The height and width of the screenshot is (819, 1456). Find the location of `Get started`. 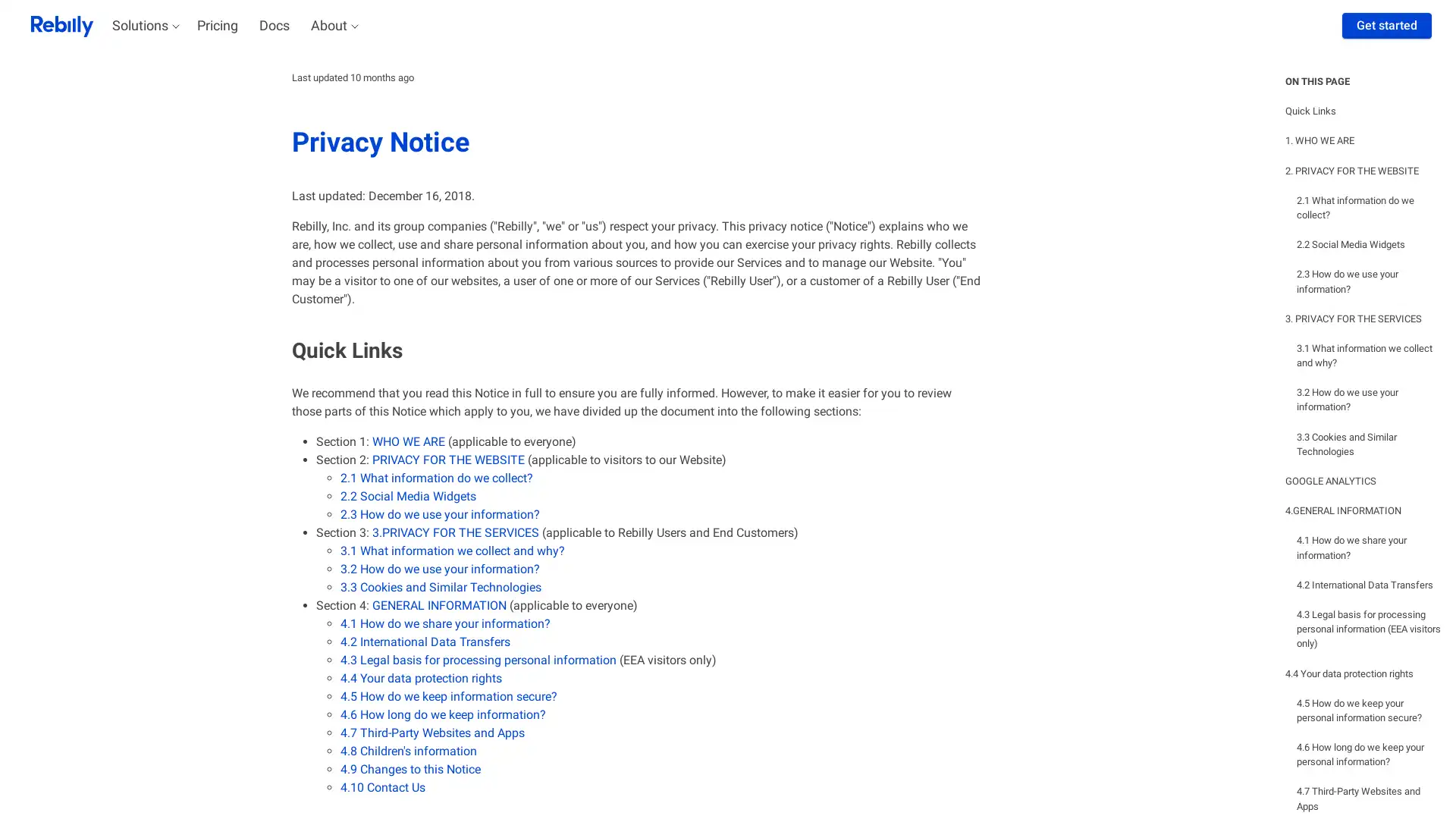

Get started is located at coordinates (1386, 26).